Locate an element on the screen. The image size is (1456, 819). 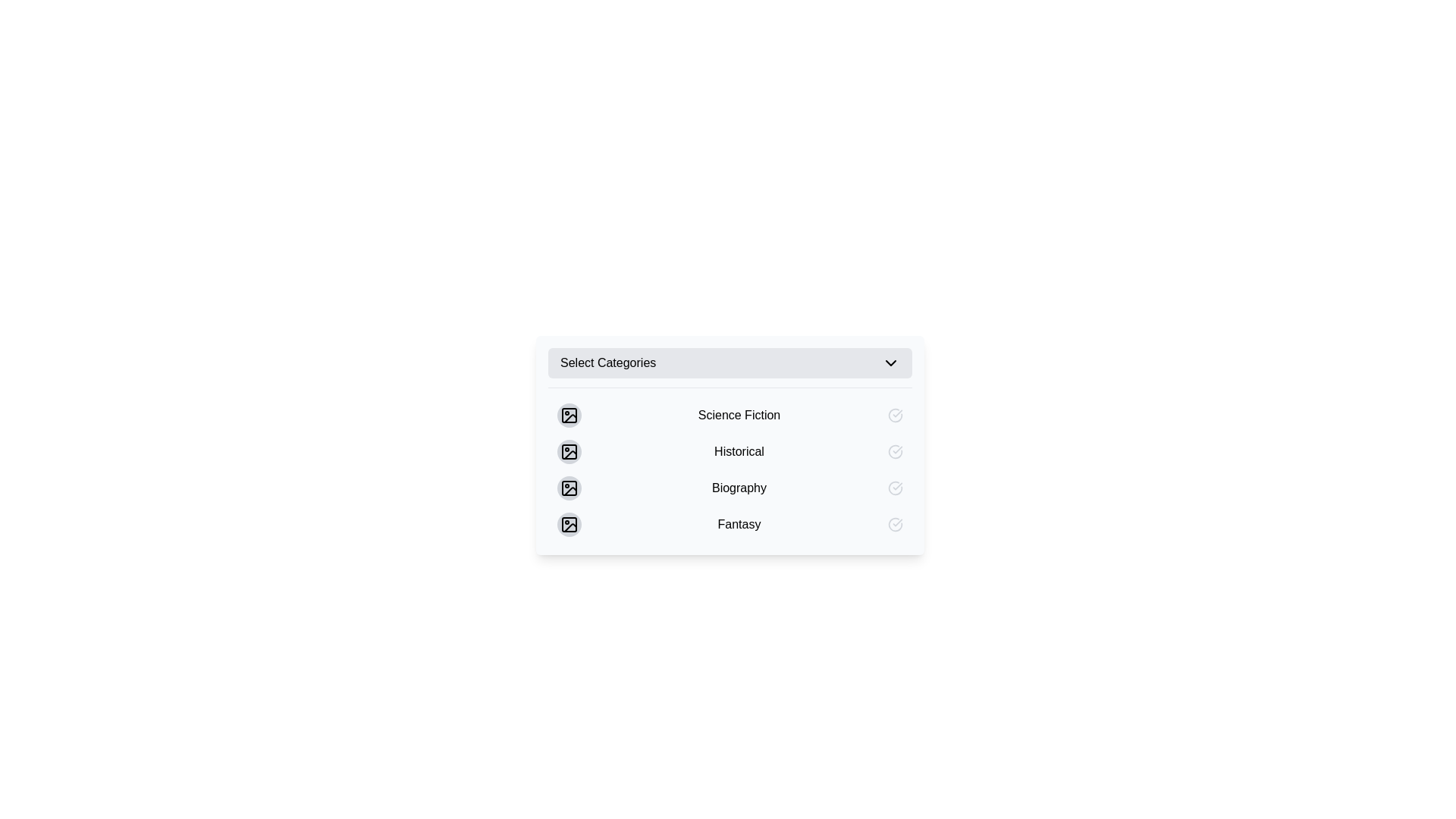
the circular icon button with a gray background and a black and white image icon, located to the left of the 'Science Fiction' text in the category selection list is located at coordinates (568, 415).